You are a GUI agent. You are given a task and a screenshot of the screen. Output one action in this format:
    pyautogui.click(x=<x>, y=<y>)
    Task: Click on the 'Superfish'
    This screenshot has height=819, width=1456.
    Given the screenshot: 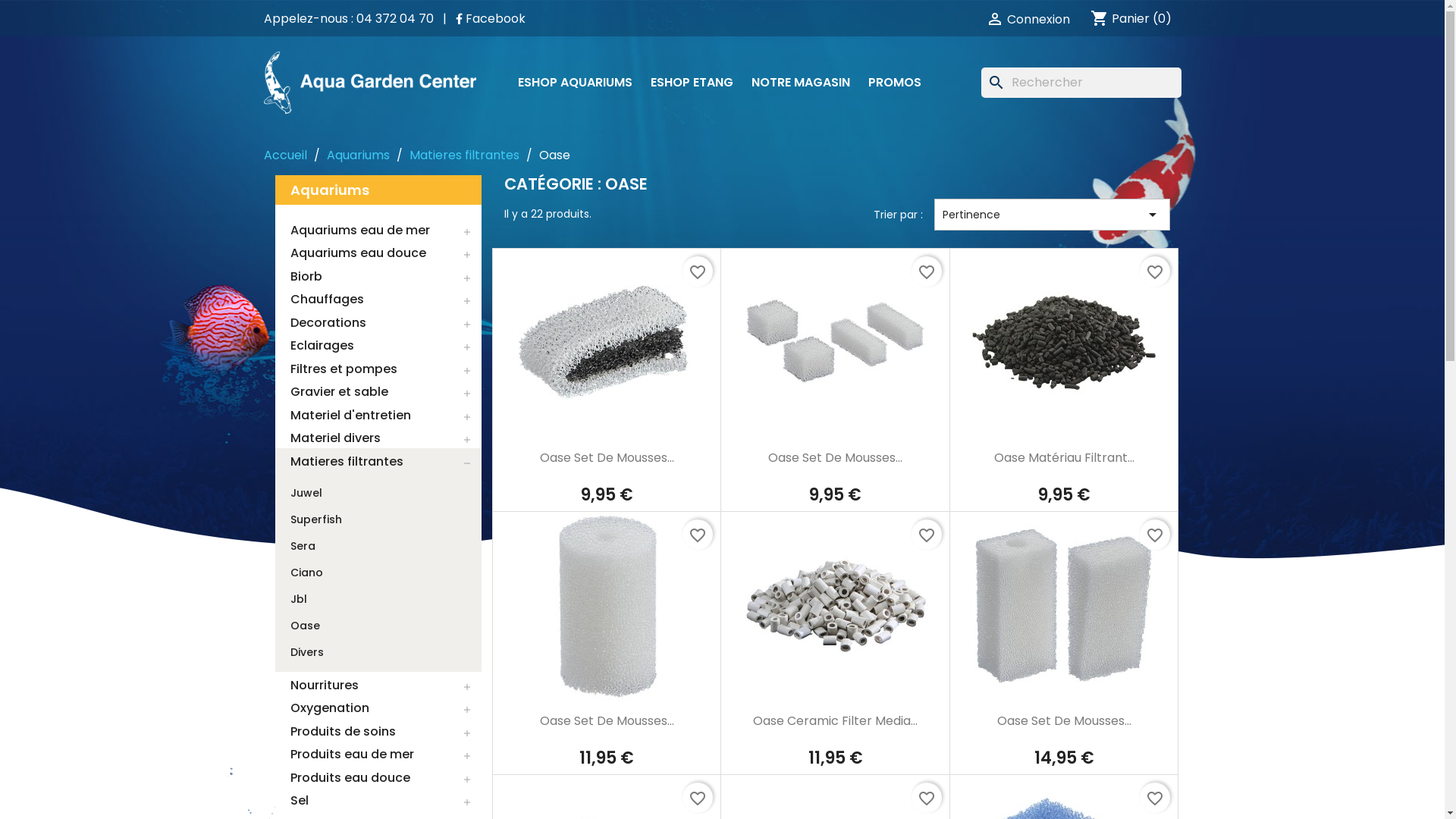 What is the action you would take?
    pyautogui.click(x=274, y=519)
    